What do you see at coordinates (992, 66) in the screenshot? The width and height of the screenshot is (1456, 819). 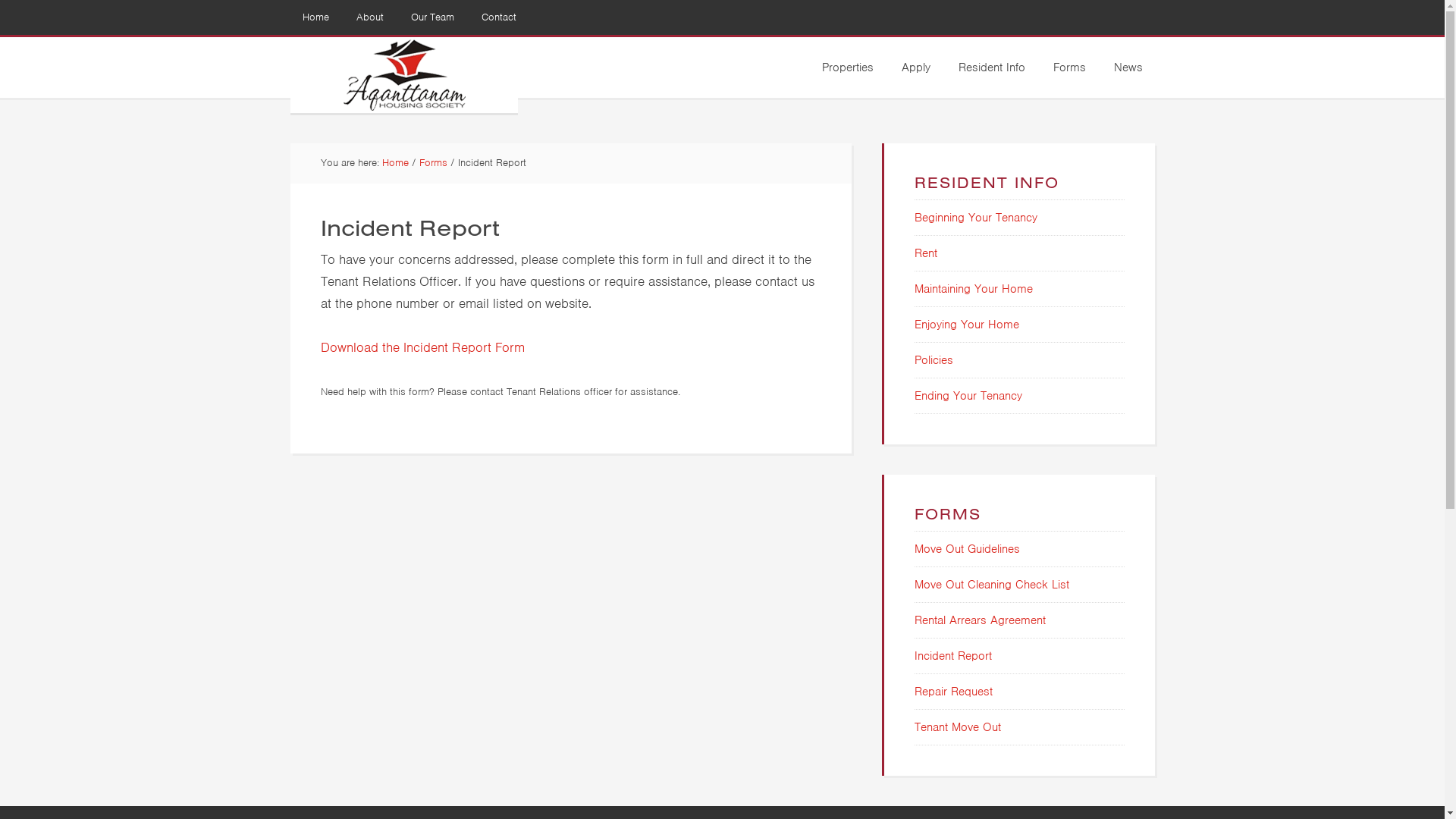 I see `'Resident Info'` at bounding box center [992, 66].